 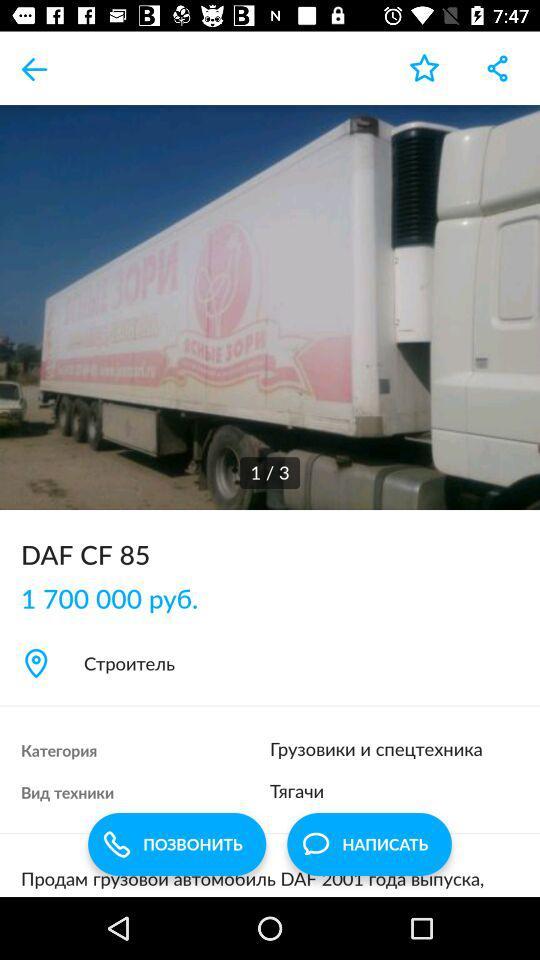 I want to click on the text placed below daf cf 85, so click(x=119, y=597).